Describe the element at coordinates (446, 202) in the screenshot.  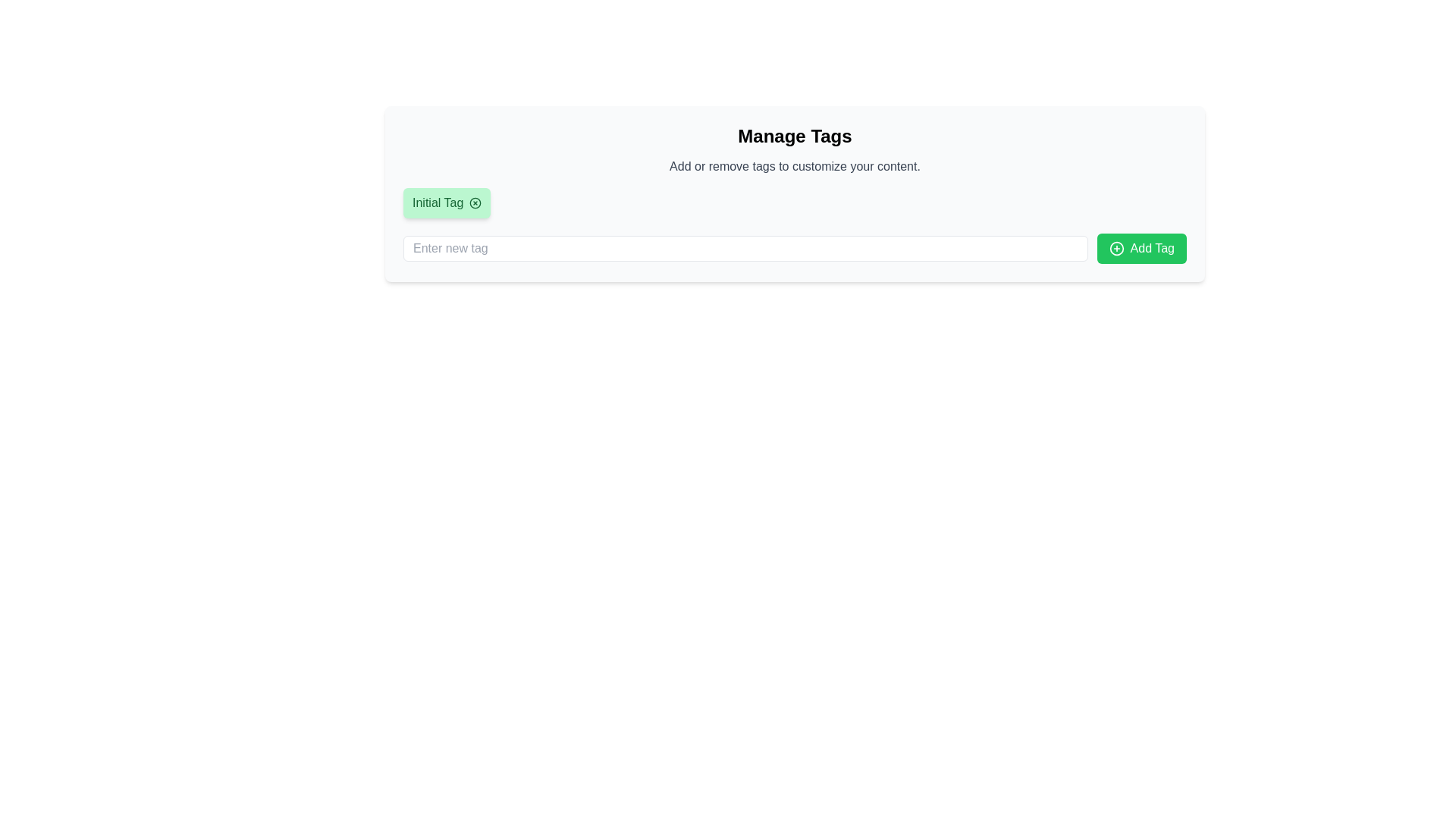
I see `the close icon of the leftmost tag element located below the 'Manage Tags' title` at that location.